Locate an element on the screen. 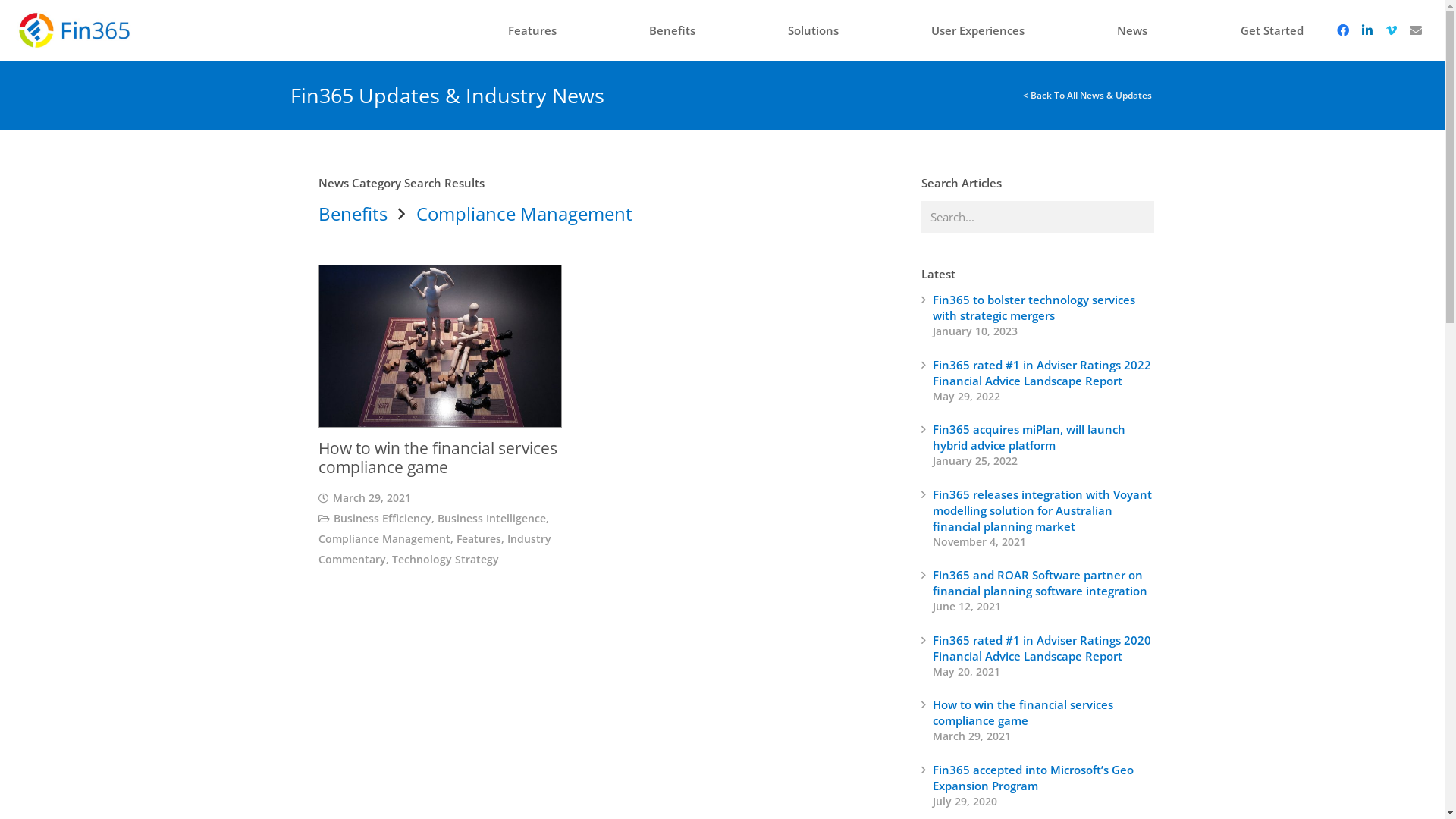 Image resolution: width=1456 pixels, height=819 pixels. 'Benefits' is located at coordinates (671, 30).